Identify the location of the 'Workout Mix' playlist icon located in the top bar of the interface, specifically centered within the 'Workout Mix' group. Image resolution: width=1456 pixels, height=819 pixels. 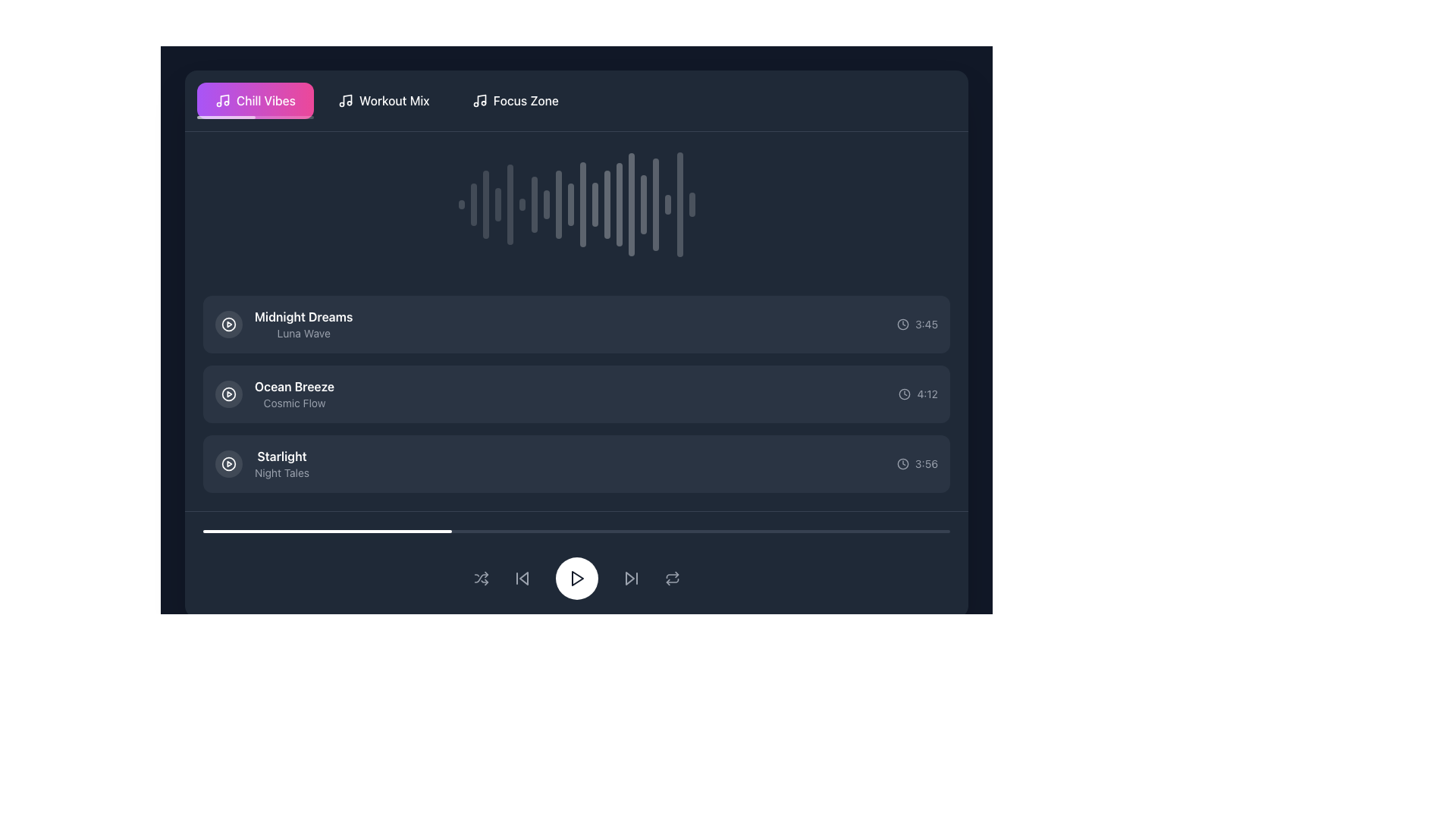
(345, 100).